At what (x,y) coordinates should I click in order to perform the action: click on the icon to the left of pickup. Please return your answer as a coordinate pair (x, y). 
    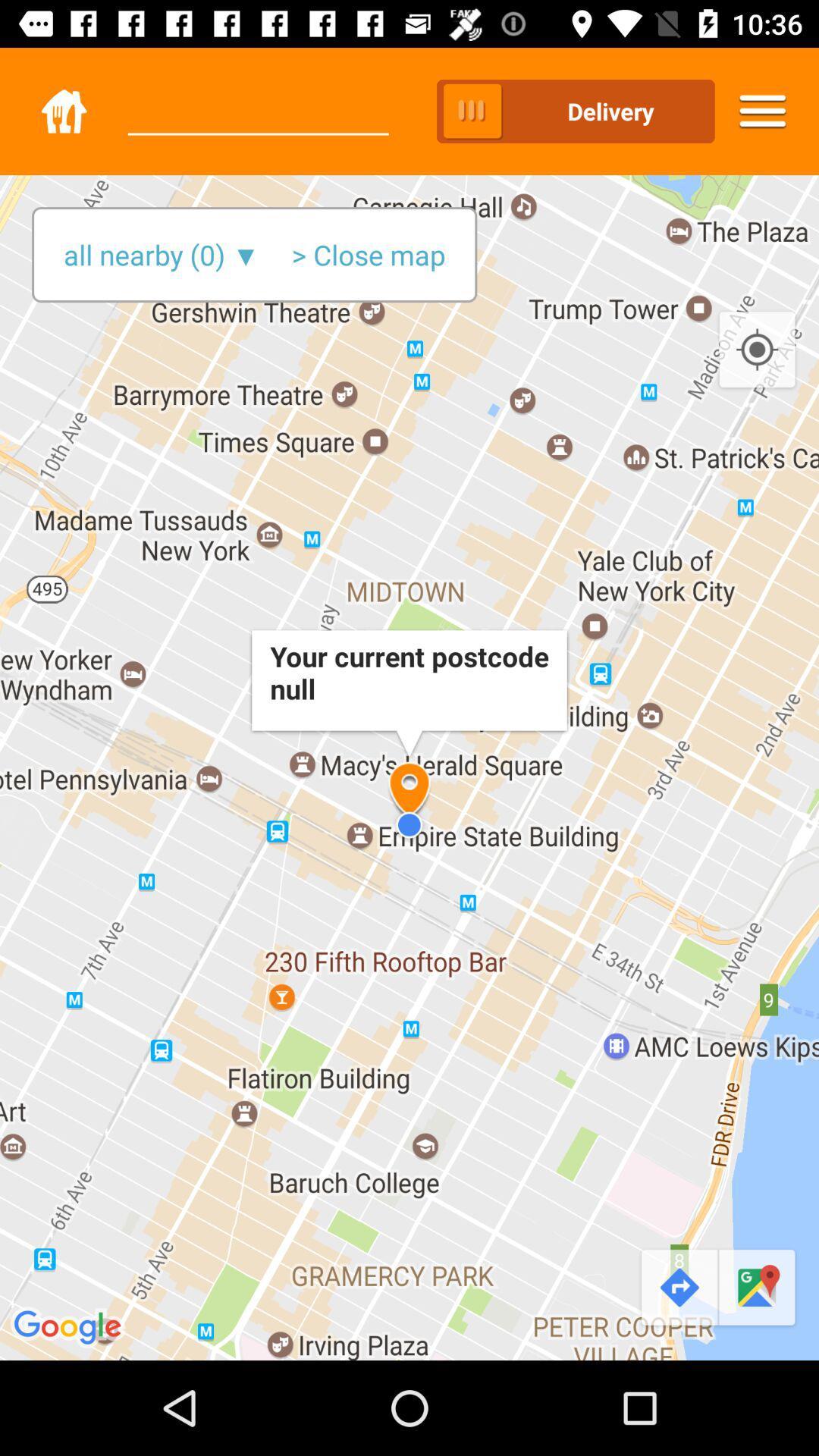
    Looking at the image, I should click on (257, 97).